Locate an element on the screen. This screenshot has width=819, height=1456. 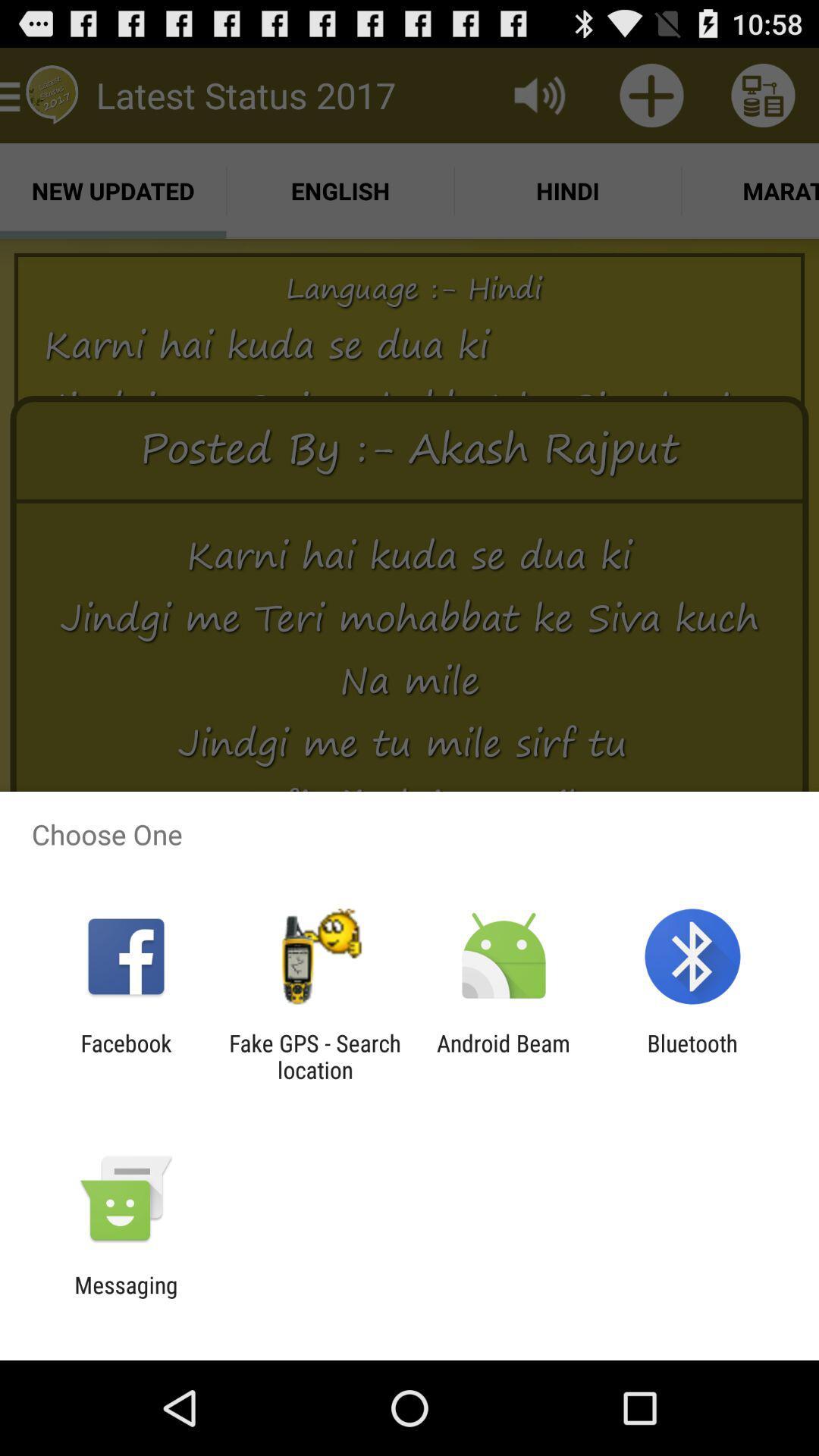
icon to the left of the fake gps search item is located at coordinates (125, 1056).